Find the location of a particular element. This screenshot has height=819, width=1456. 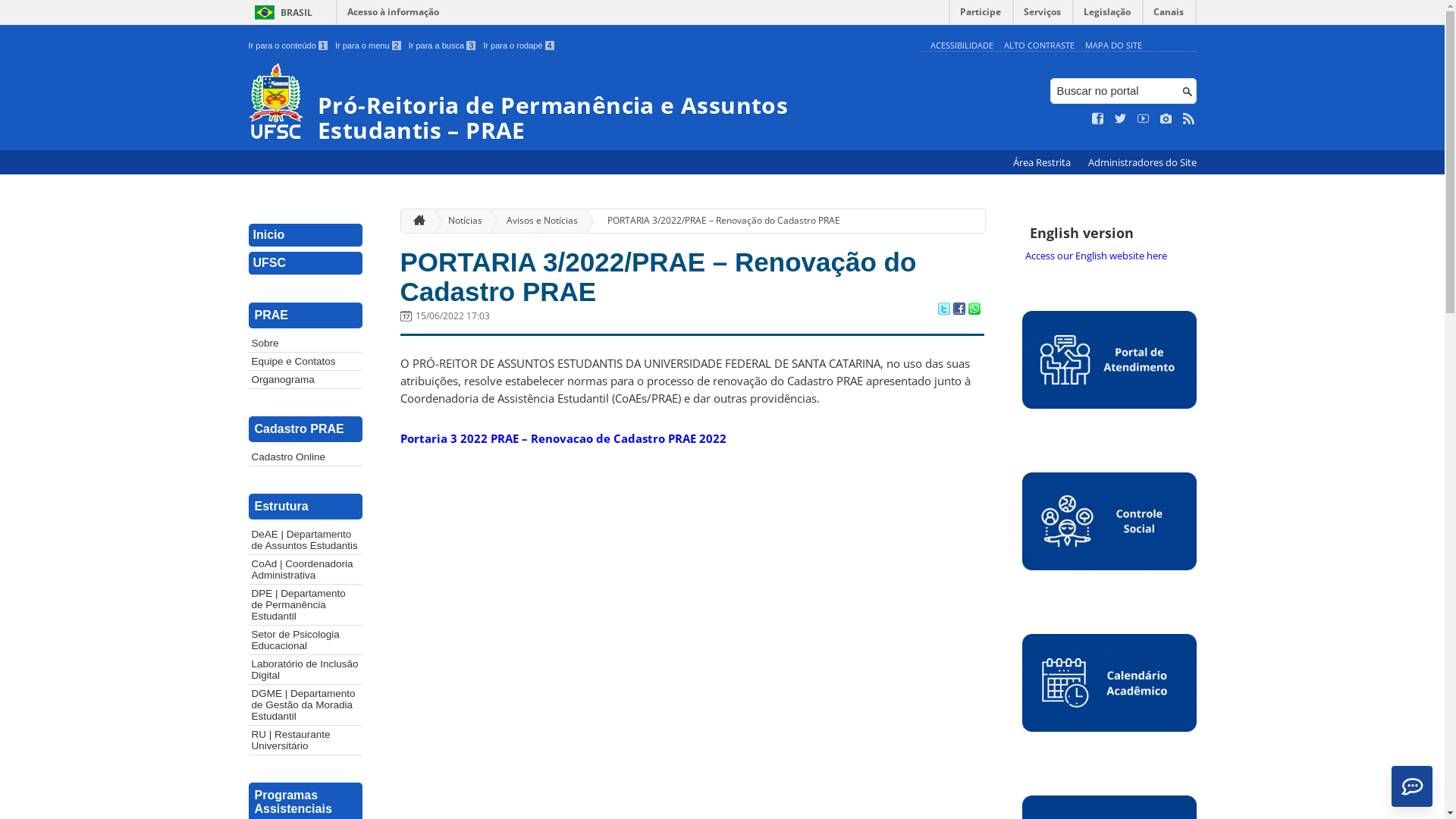

'Setor de Psicologia Educacional' is located at coordinates (248, 640).